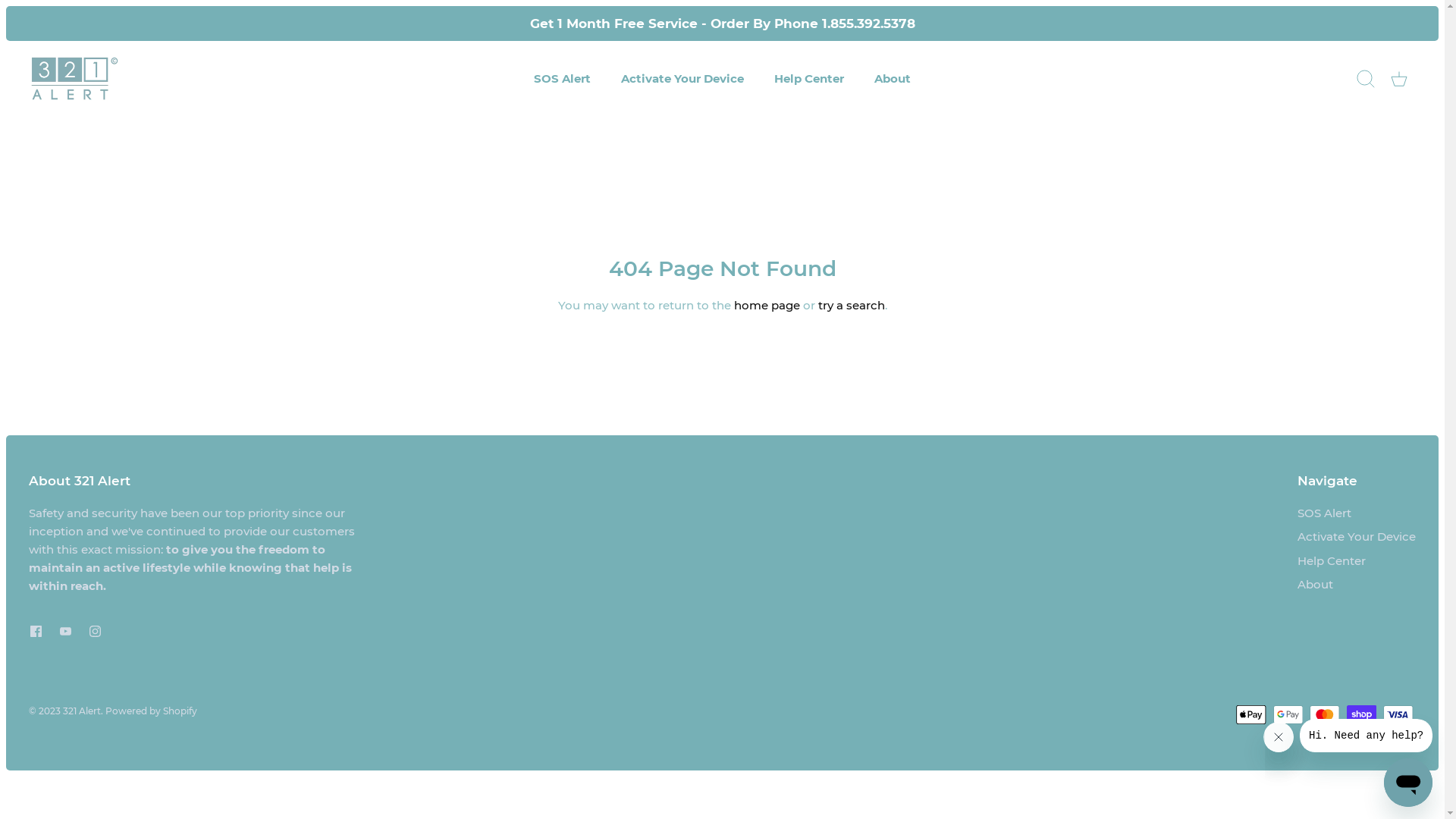 This screenshot has width=1456, height=819. I want to click on 'Activate Your Device', so click(1357, 535).